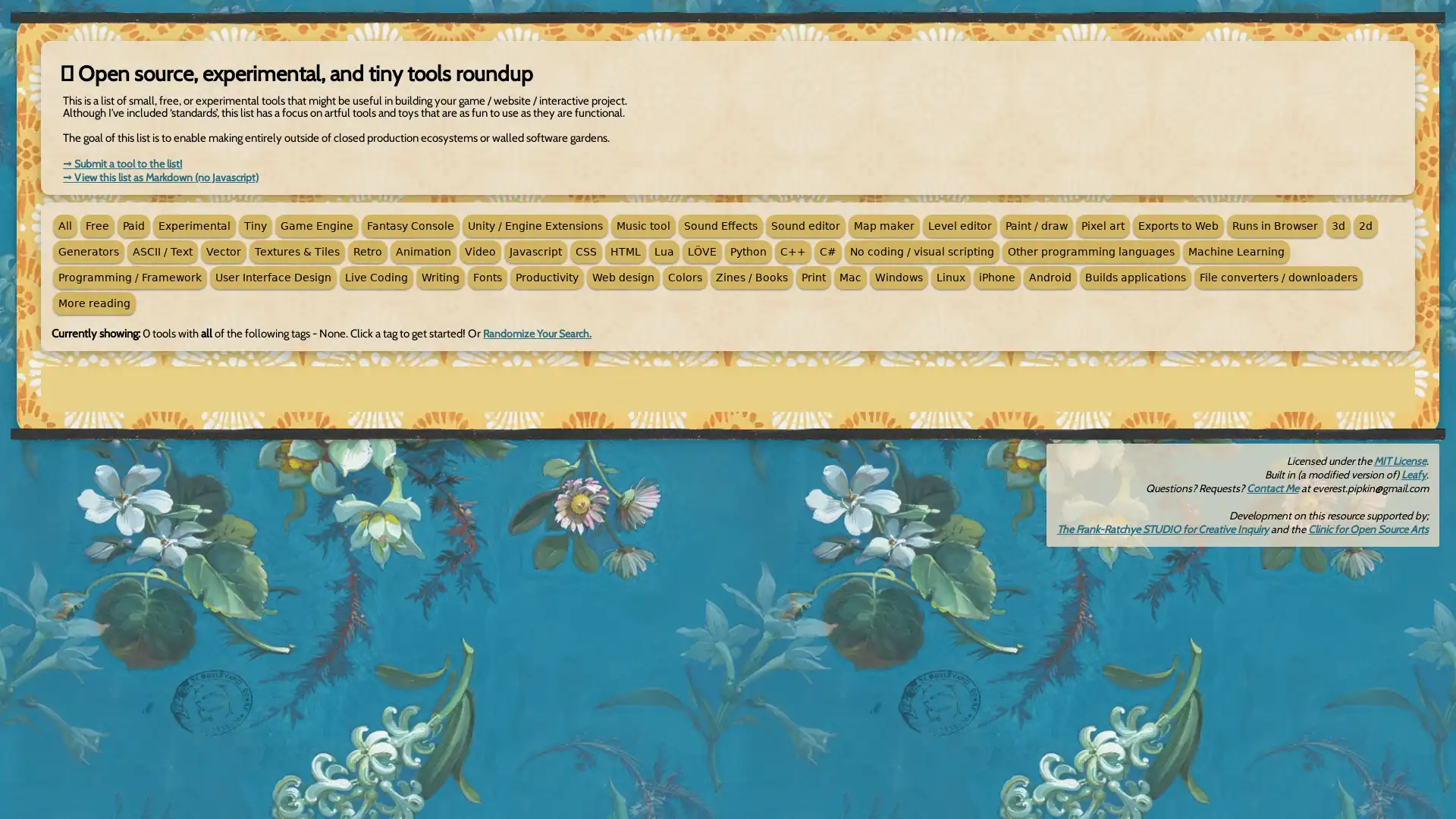 The height and width of the screenshot is (819, 1456). Describe the element at coordinates (850, 278) in the screenshot. I see `Mac` at that location.